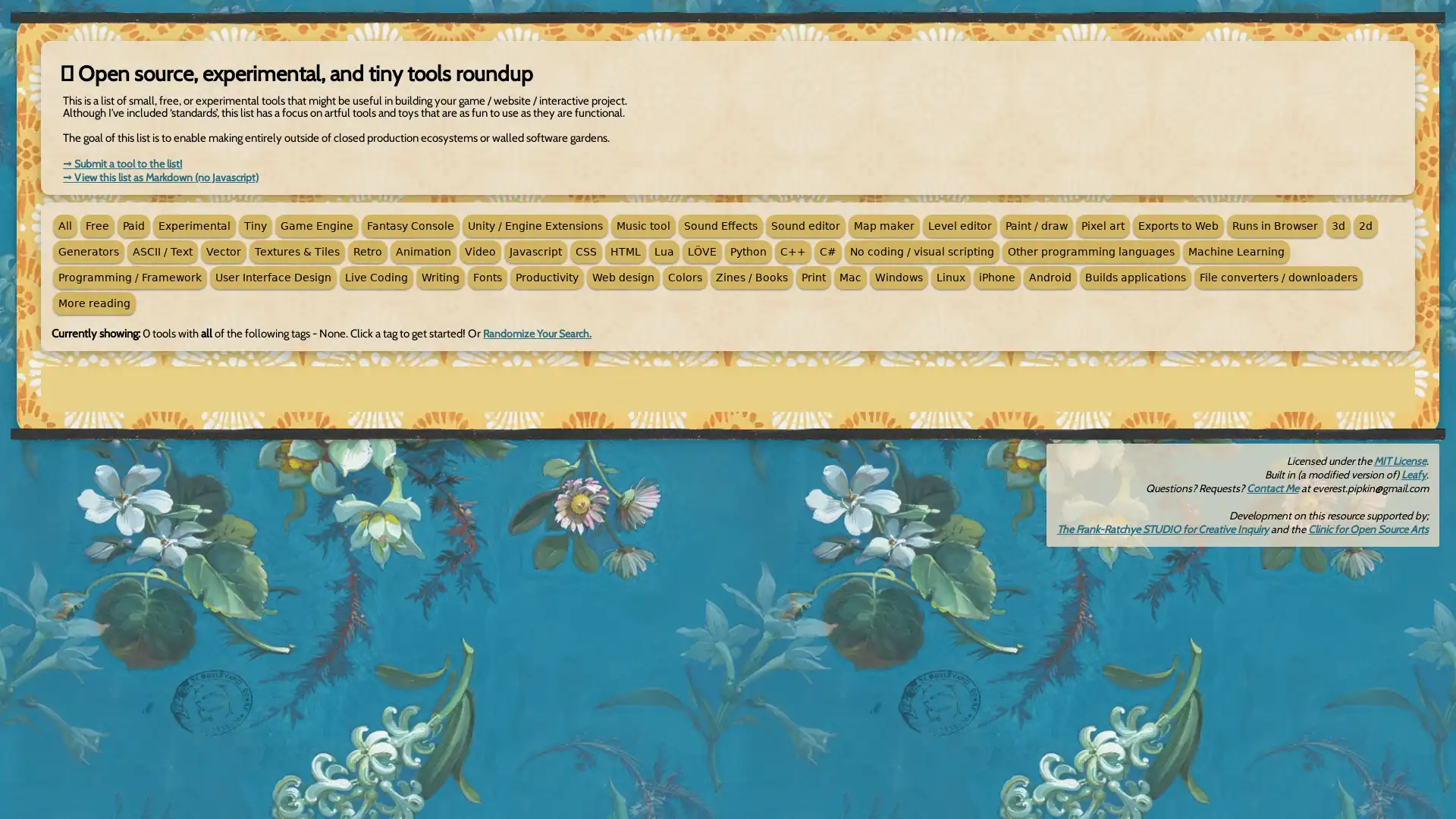 The height and width of the screenshot is (819, 1456). Describe the element at coordinates (850, 278) in the screenshot. I see `Mac` at that location.